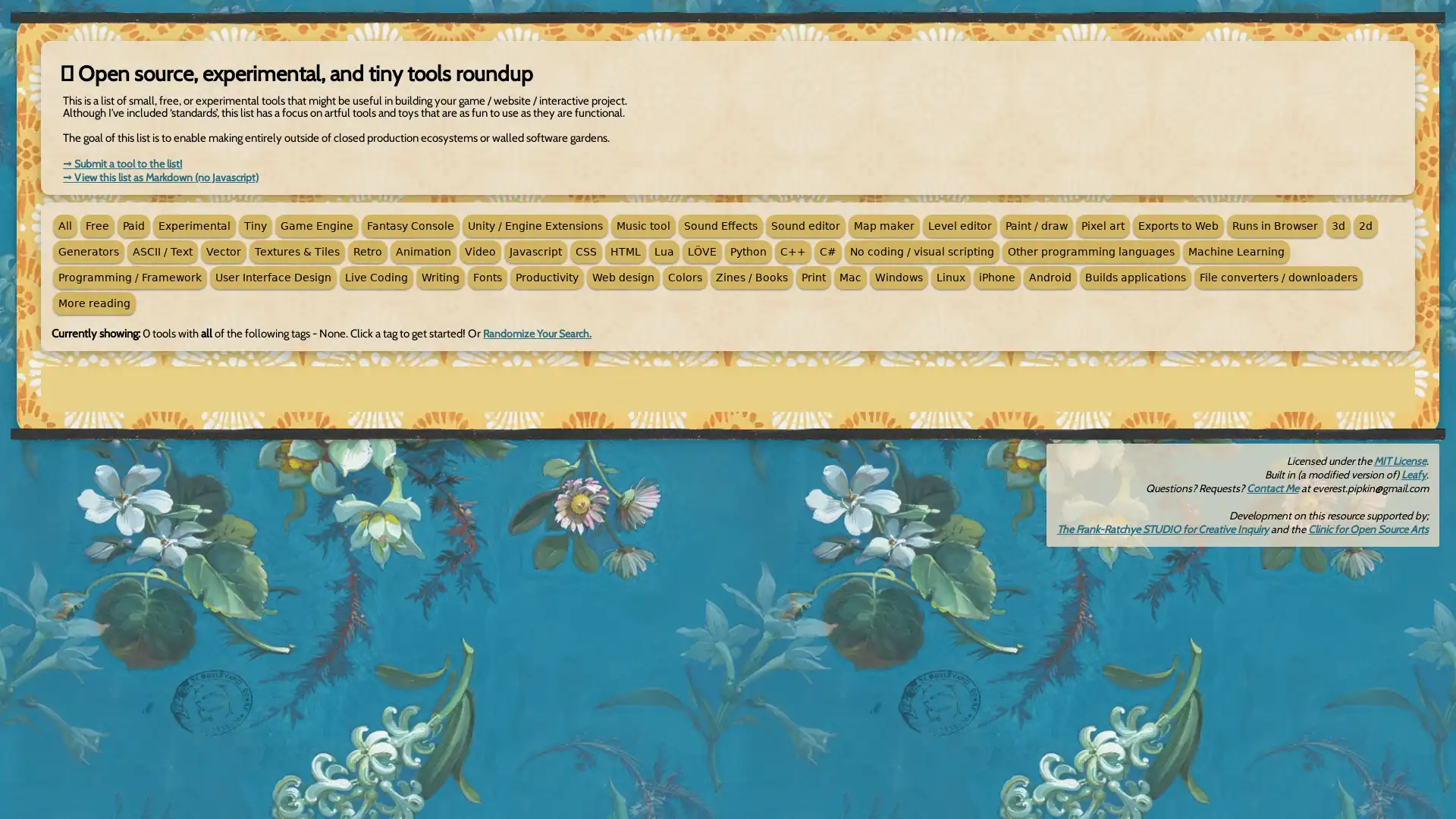 The height and width of the screenshot is (819, 1456). Describe the element at coordinates (850, 278) in the screenshot. I see `Mac` at that location.